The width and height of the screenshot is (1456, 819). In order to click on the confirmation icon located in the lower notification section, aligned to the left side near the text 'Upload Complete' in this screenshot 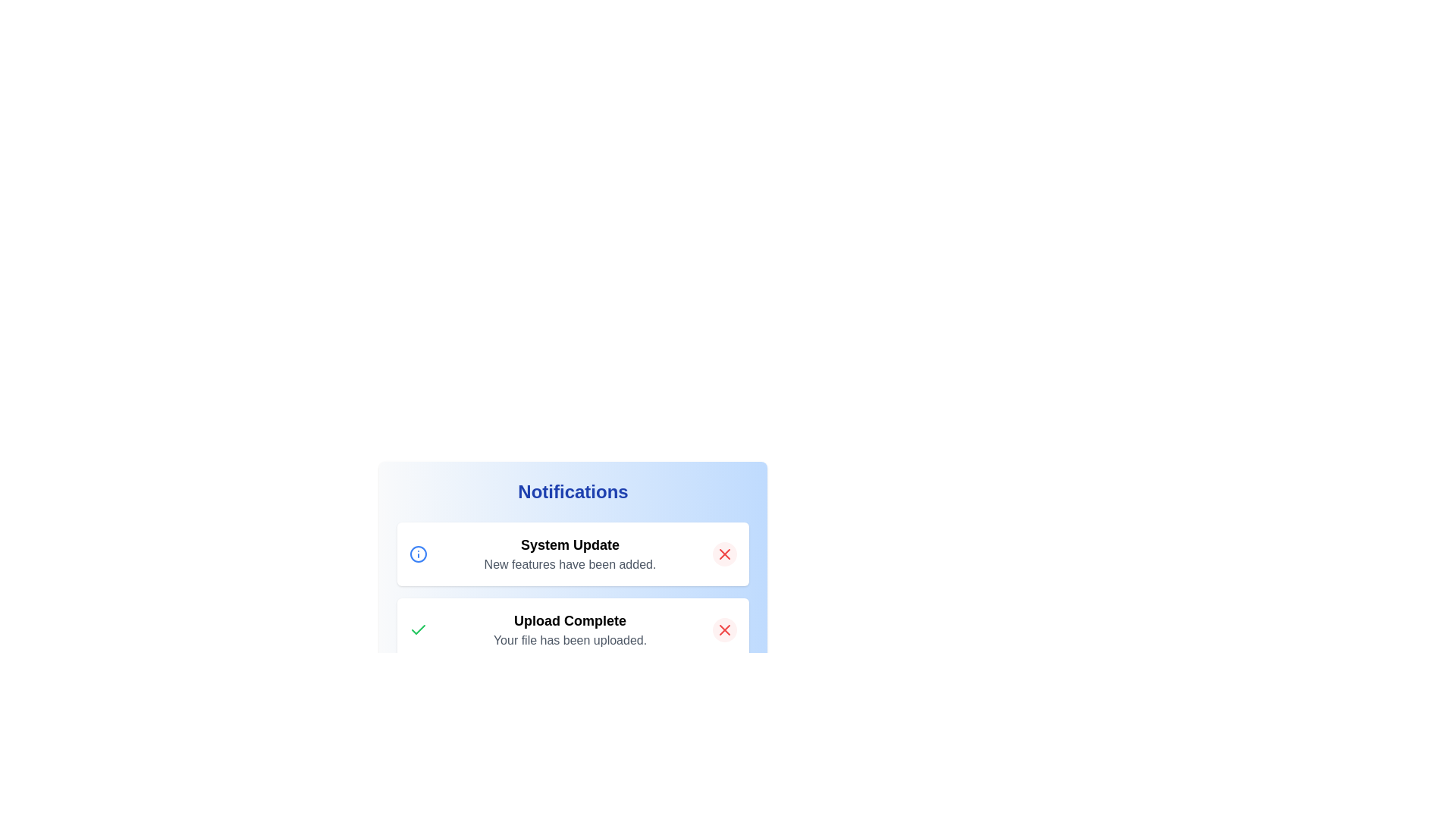, I will do `click(419, 629)`.